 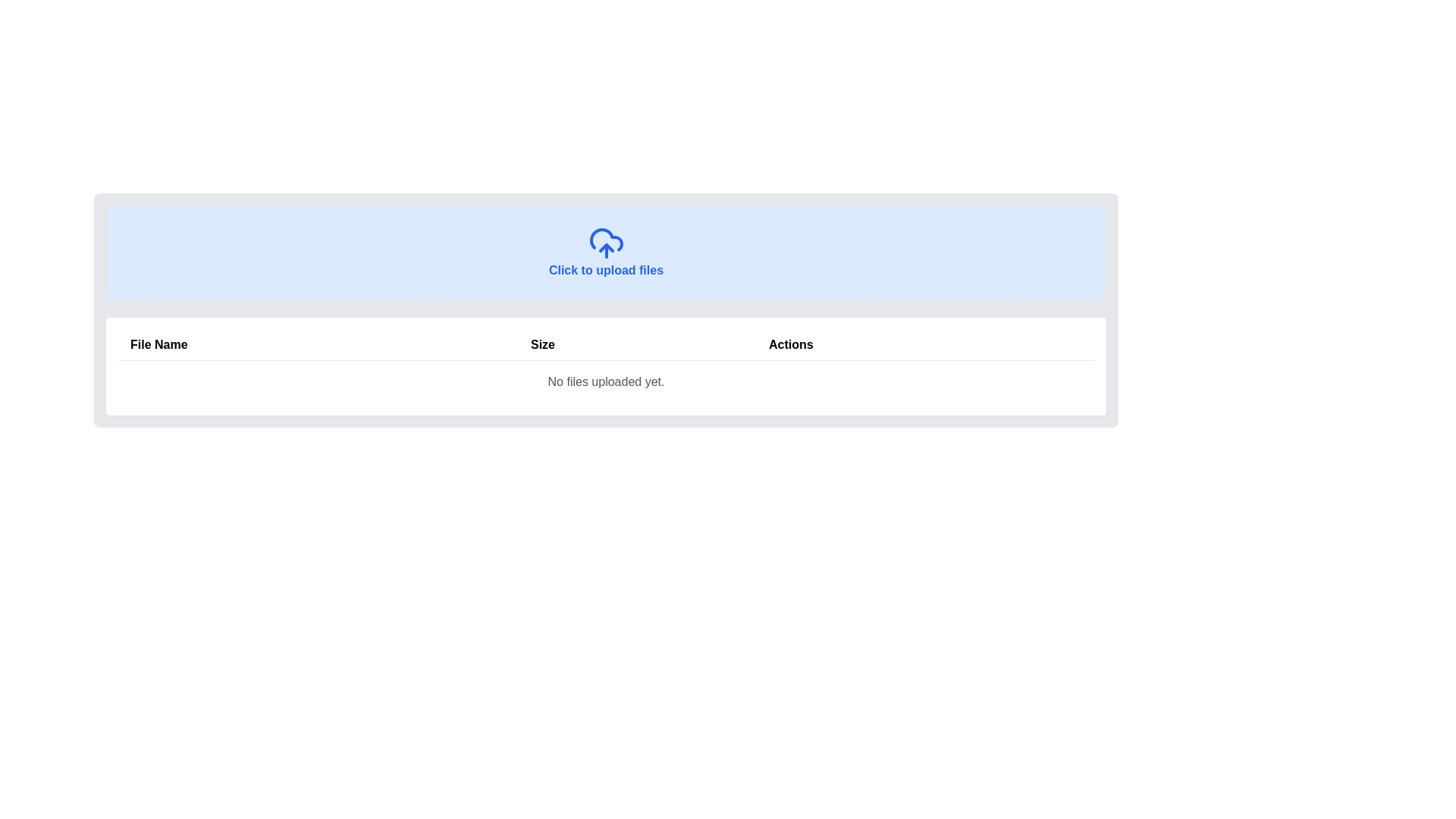 I want to click on the upload icon located in the upper half of the interface, directly above the text 'Click to upload files', to initiate the upload process, so click(x=605, y=242).